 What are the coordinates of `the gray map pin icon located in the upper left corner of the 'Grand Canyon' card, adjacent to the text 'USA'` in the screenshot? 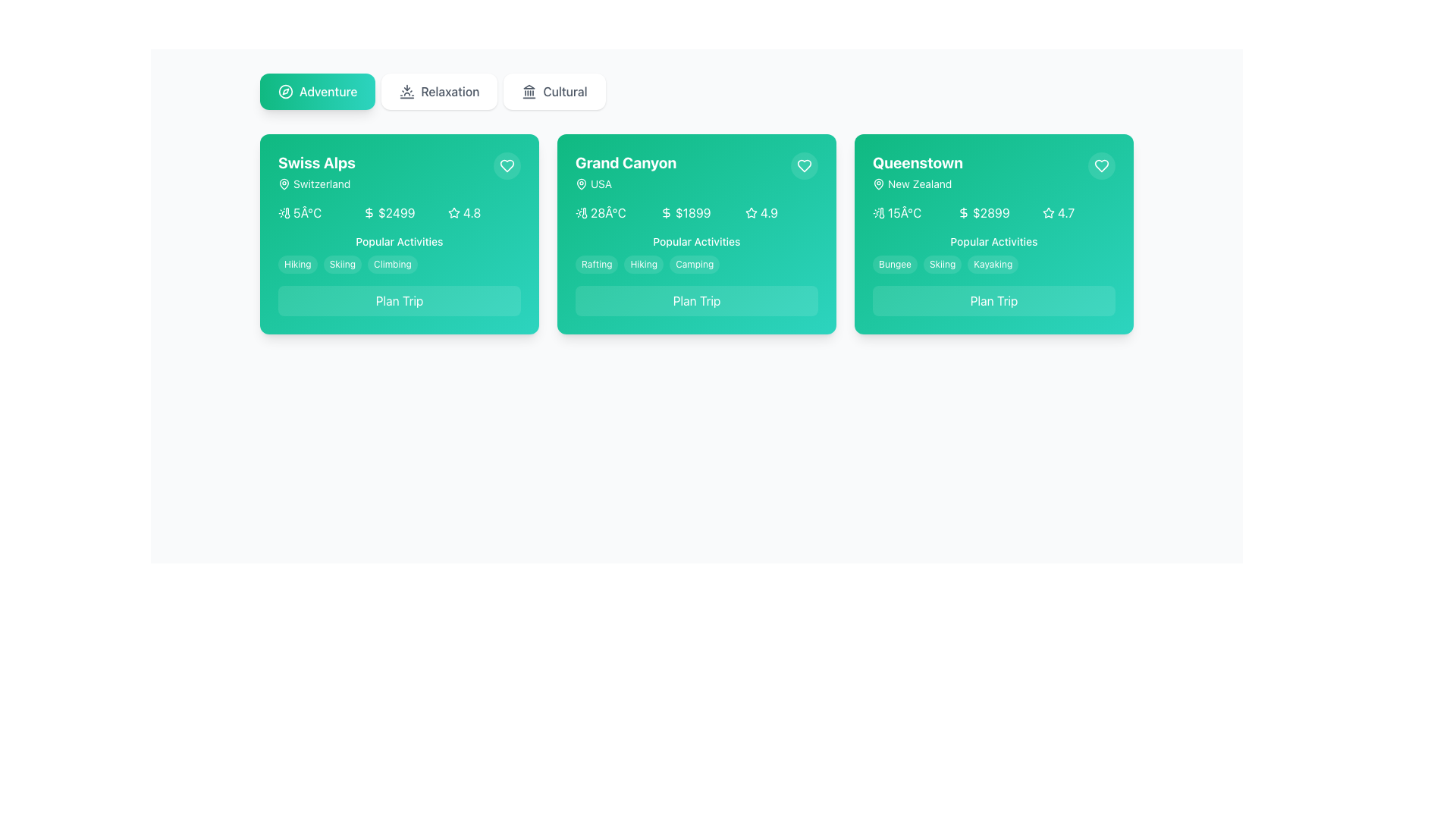 It's located at (581, 184).